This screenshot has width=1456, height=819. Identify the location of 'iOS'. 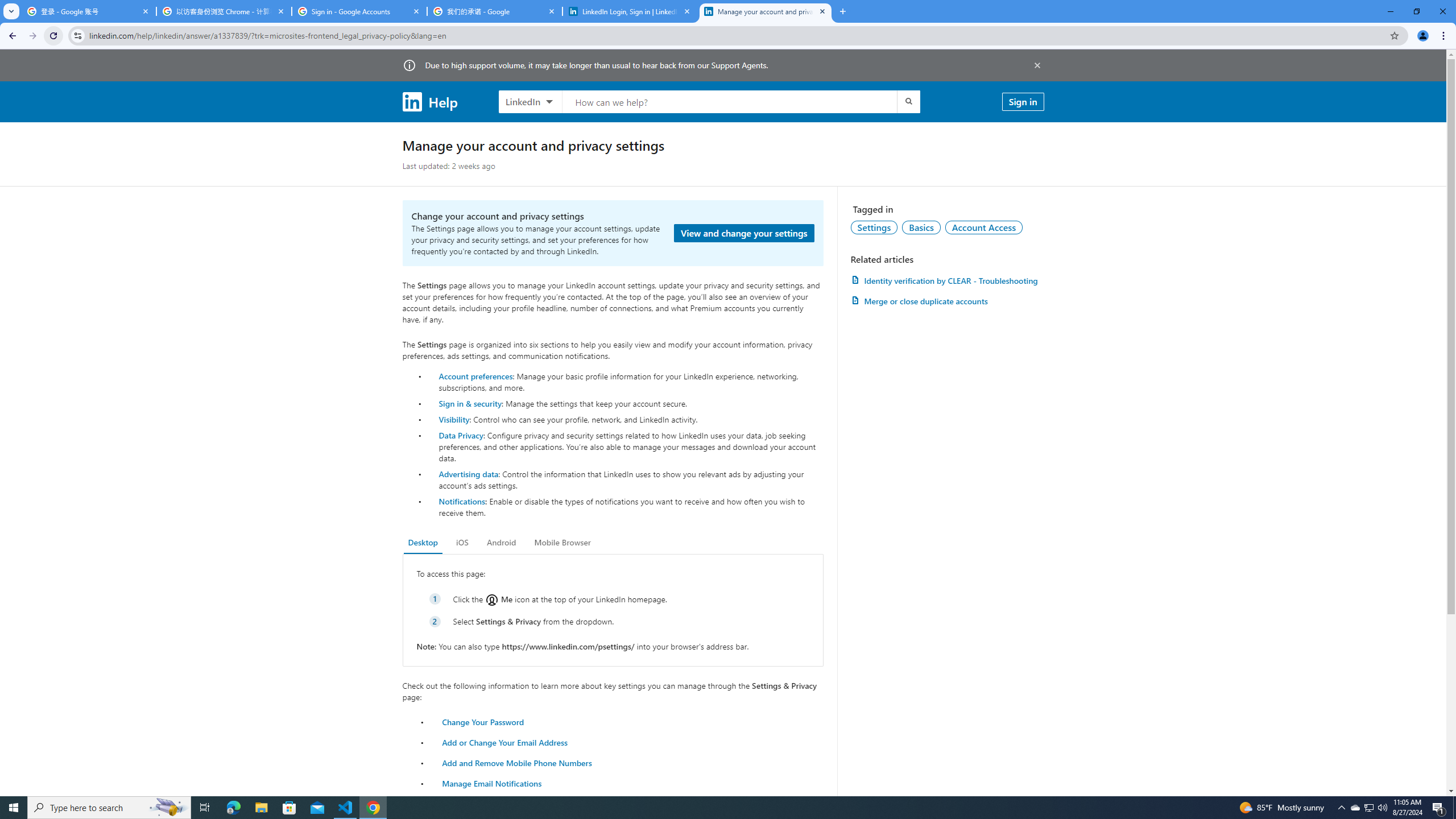
(461, 542).